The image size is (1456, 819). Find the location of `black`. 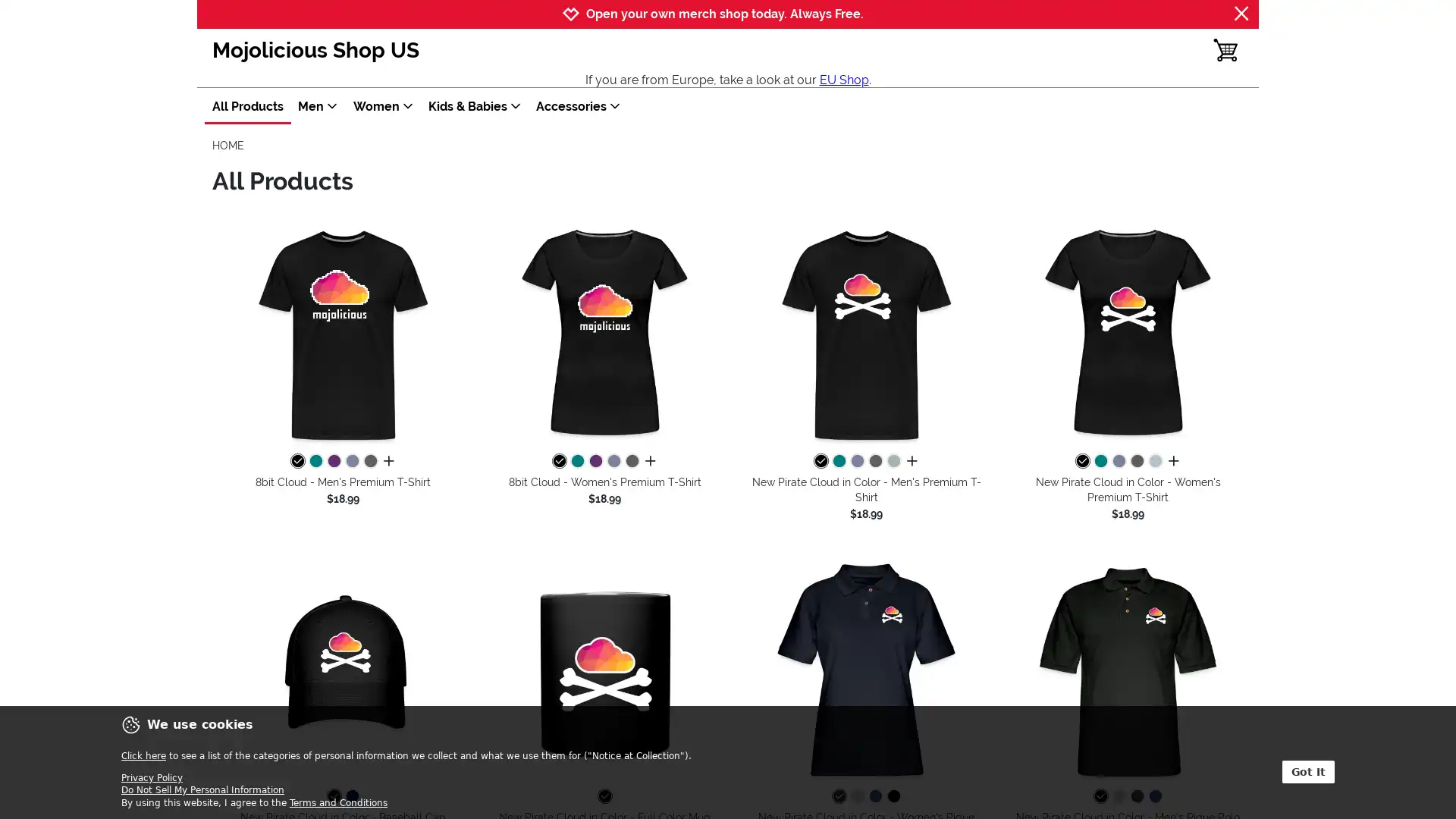

black is located at coordinates (893, 796).